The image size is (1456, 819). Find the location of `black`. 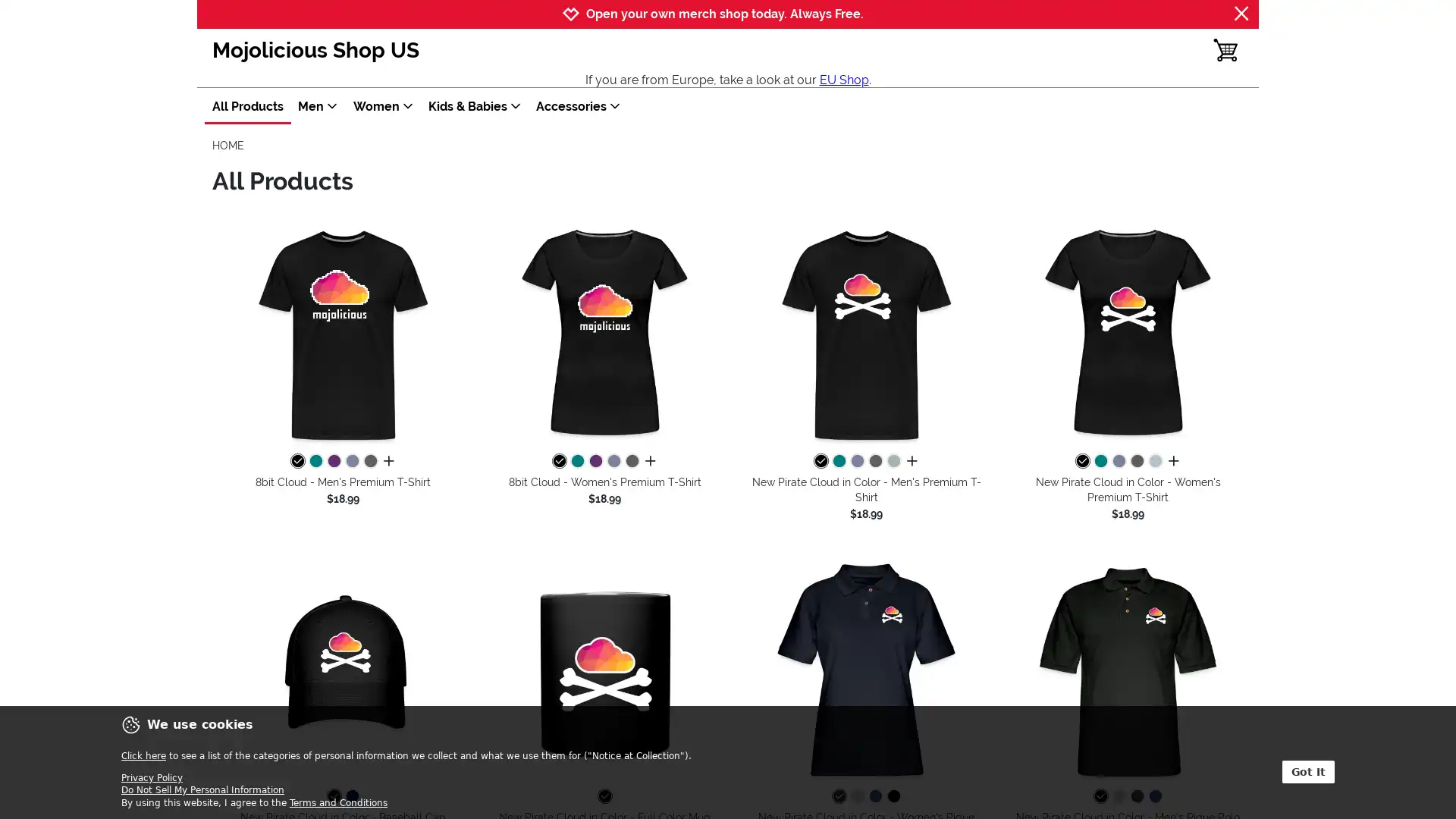

black is located at coordinates (893, 796).